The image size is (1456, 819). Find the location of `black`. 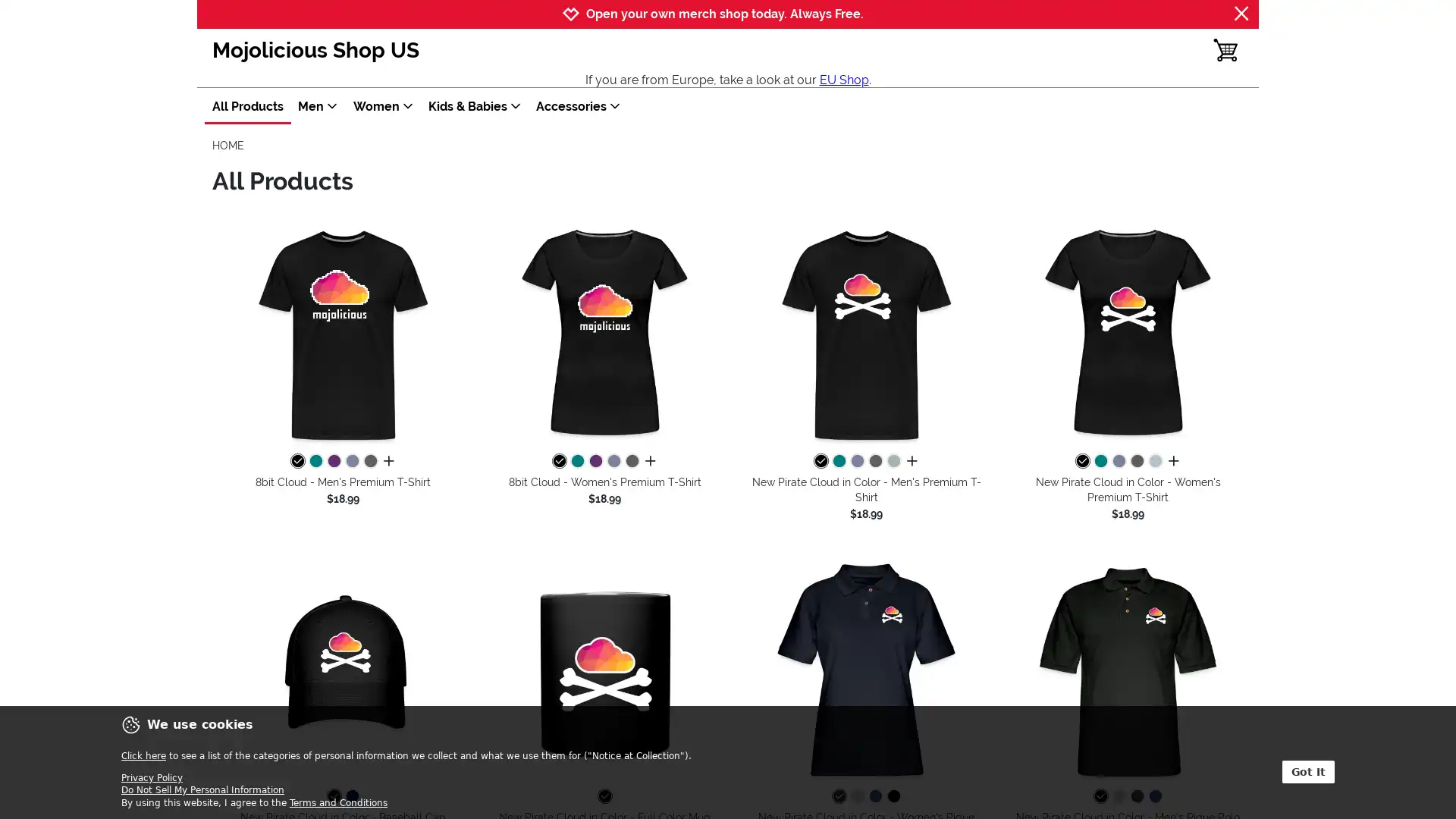

black is located at coordinates (893, 796).